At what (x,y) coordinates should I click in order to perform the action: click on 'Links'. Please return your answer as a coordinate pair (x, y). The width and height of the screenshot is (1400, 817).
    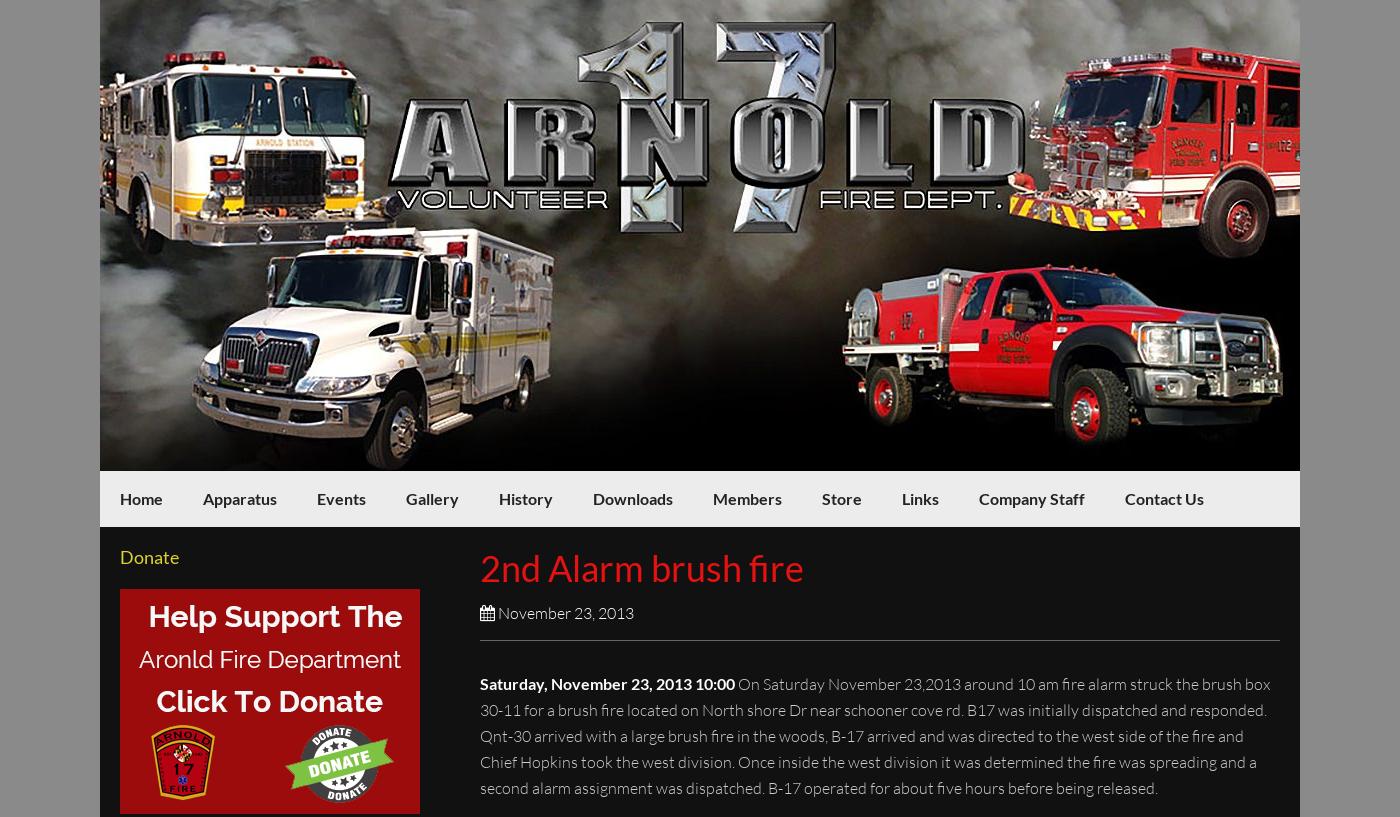
    Looking at the image, I should click on (901, 497).